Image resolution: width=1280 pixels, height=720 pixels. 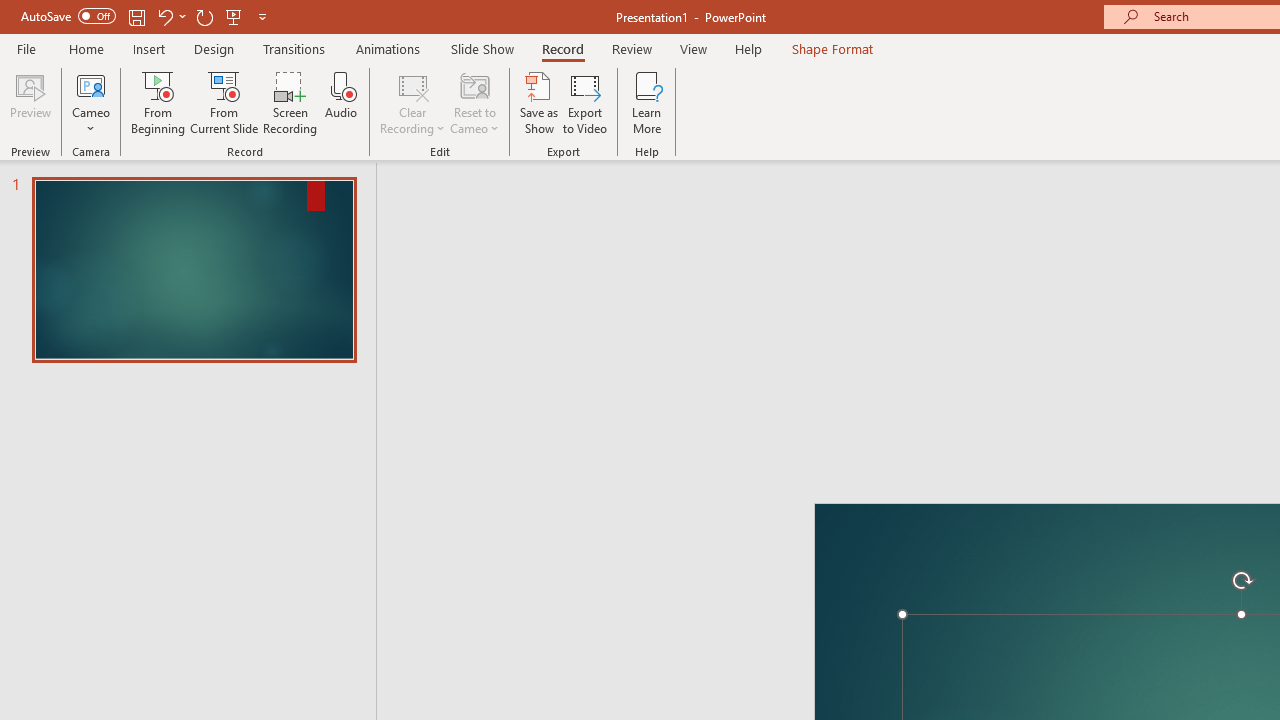 What do you see at coordinates (68, 16) in the screenshot?
I see `'AutoSave'` at bounding box center [68, 16].